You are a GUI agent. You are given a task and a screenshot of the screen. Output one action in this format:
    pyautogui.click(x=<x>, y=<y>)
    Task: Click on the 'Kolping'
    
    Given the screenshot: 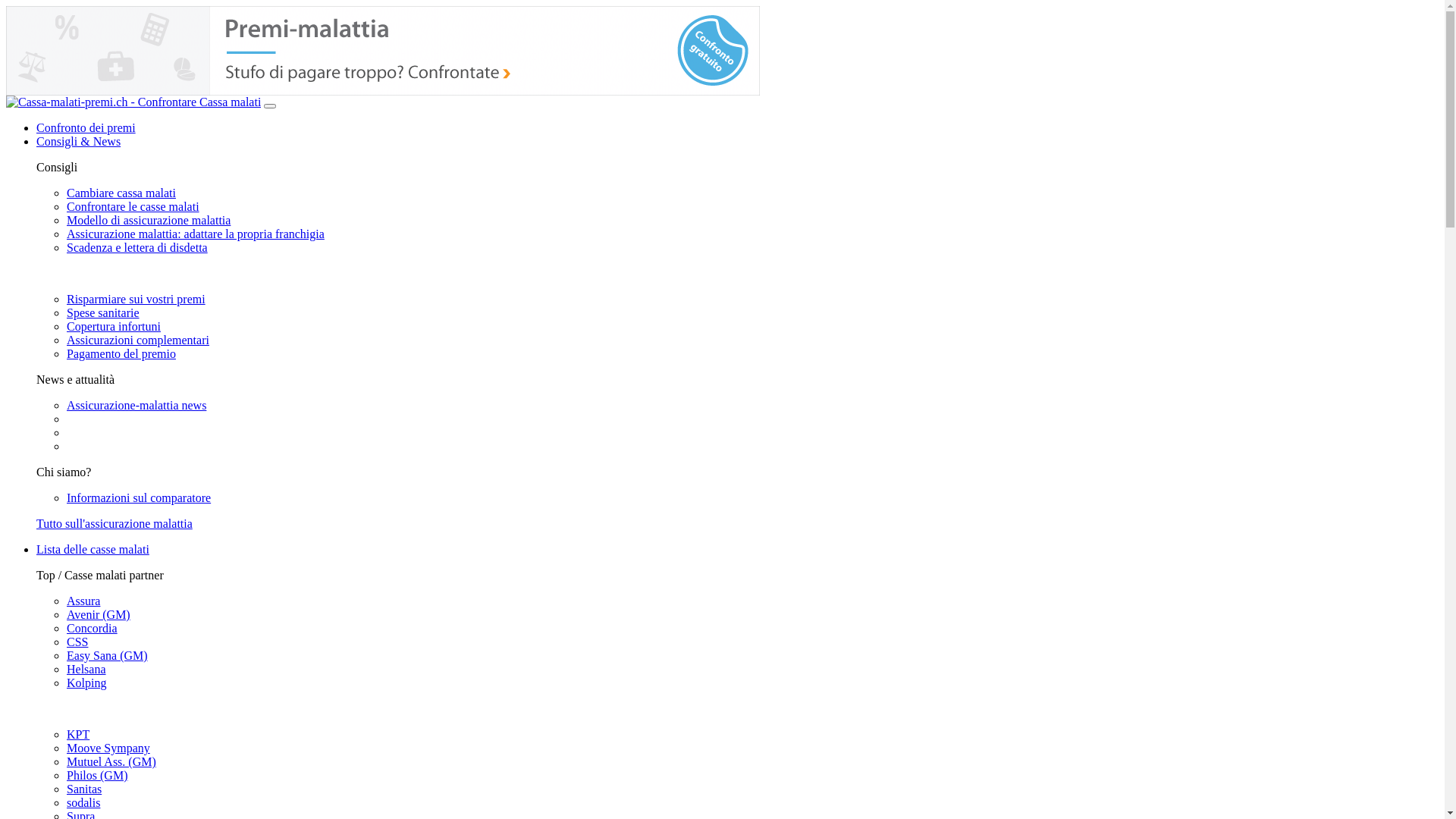 What is the action you would take?
    pyautogui.click(x=86, y=682)
    